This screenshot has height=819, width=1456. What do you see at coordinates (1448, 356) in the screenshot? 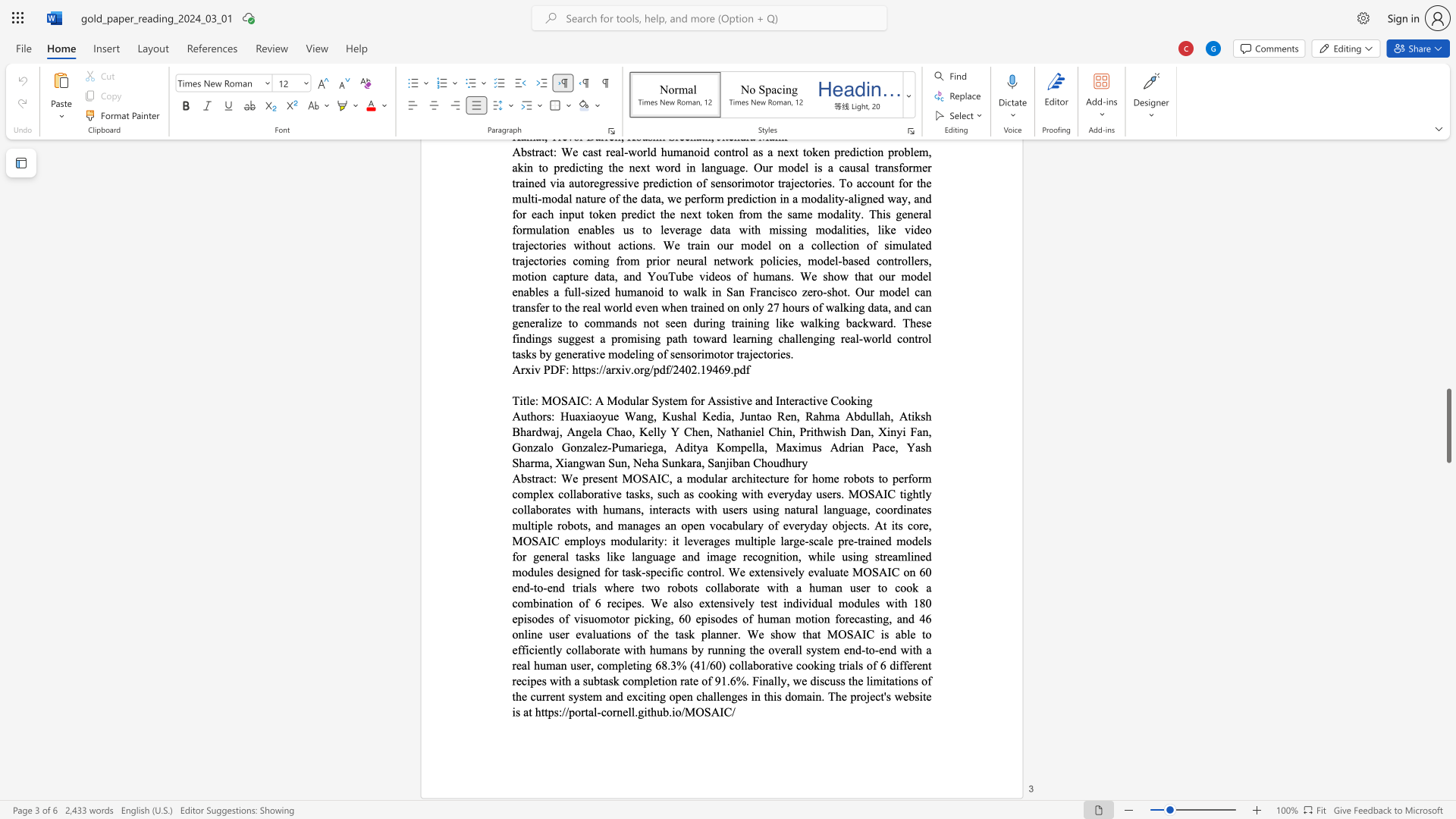
I see `the side scrollbar to bring the page up` at bounding box center [1448, 356].